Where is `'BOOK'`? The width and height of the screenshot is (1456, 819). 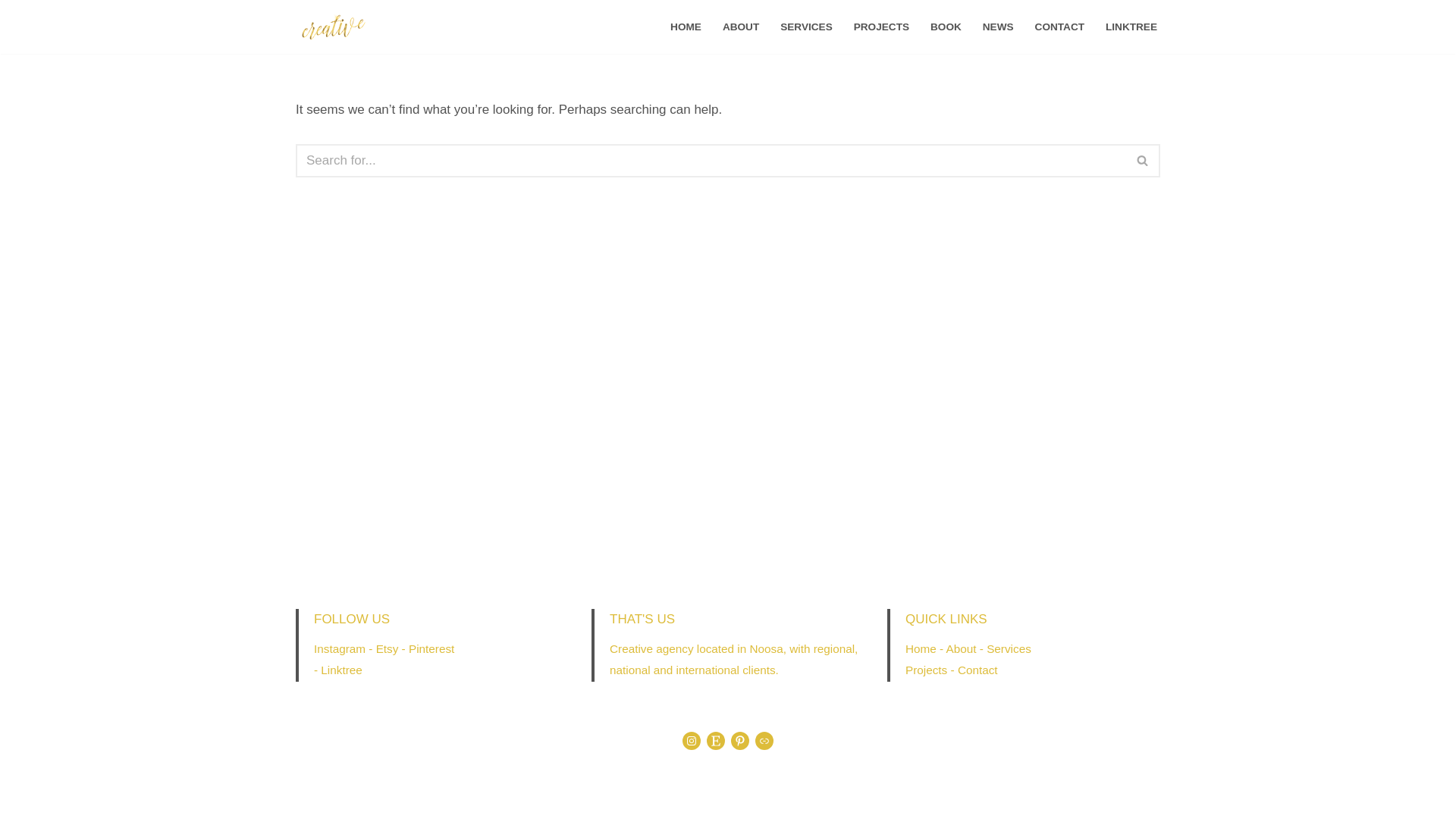
'BOOK' is located at coordinates (930, 27).